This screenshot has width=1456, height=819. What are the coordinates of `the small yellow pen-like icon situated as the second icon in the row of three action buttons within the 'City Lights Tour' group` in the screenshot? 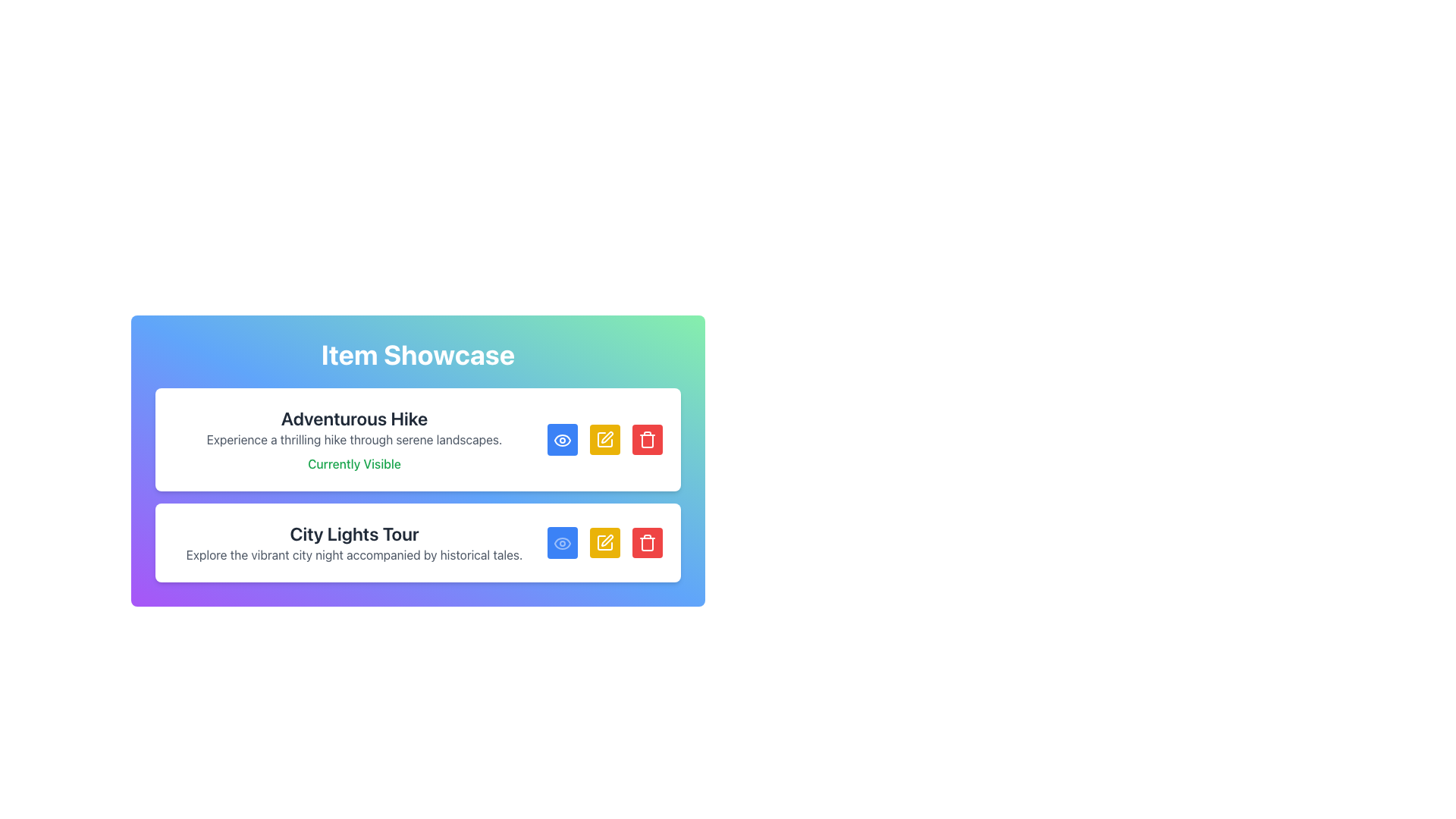 It's located at (604, 542).